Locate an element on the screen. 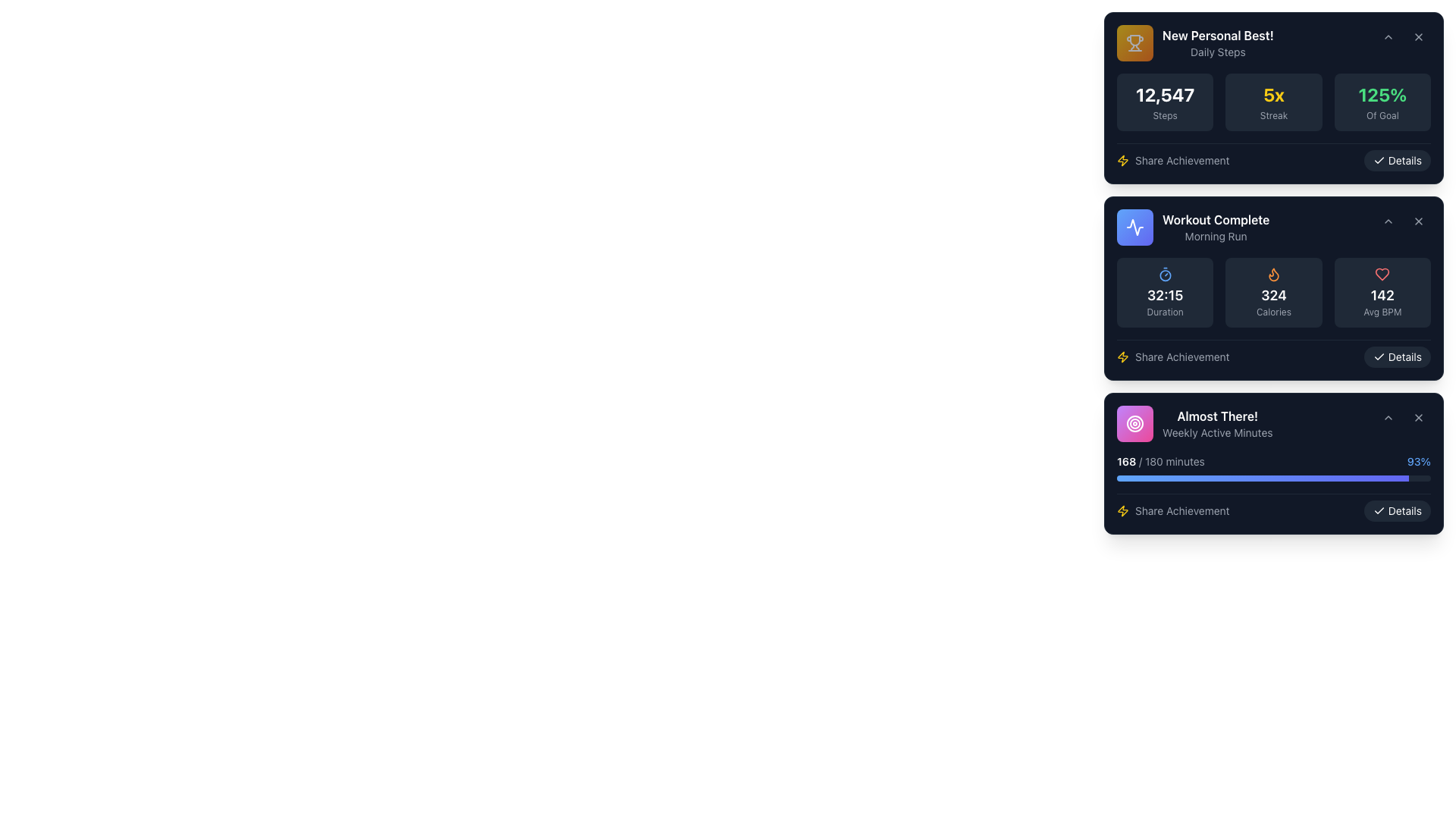 The width and height of the screenshot is (1456, 819). the text label that says 'Share Achievement', which is styled in small gray font against a dark background, located in the bottom section of the 'Almost There!' card next to a lightning bolt icon is located at coordinates (1181, 511).